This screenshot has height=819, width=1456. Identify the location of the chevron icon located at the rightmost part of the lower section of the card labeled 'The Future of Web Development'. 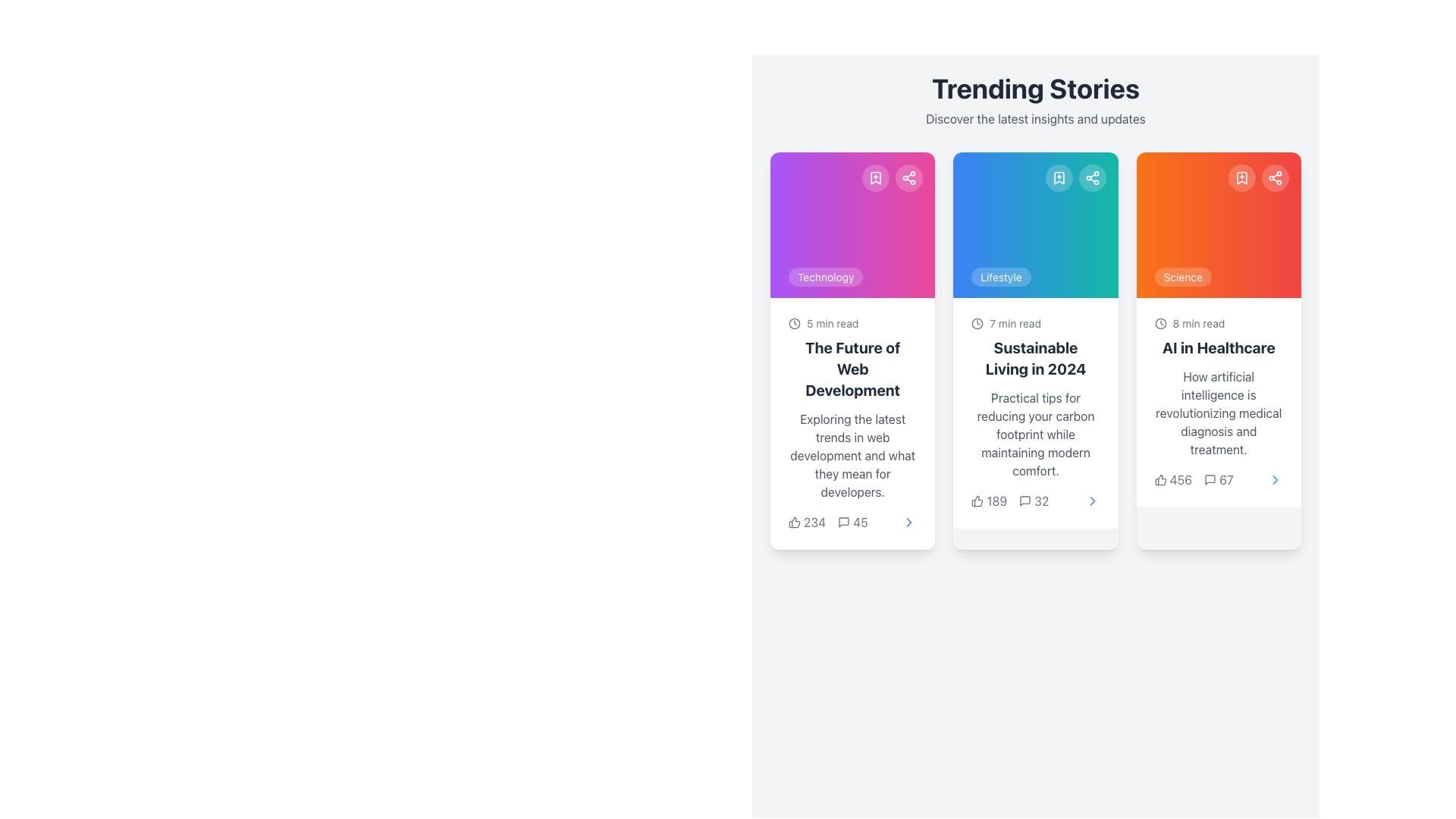
(909, 522).